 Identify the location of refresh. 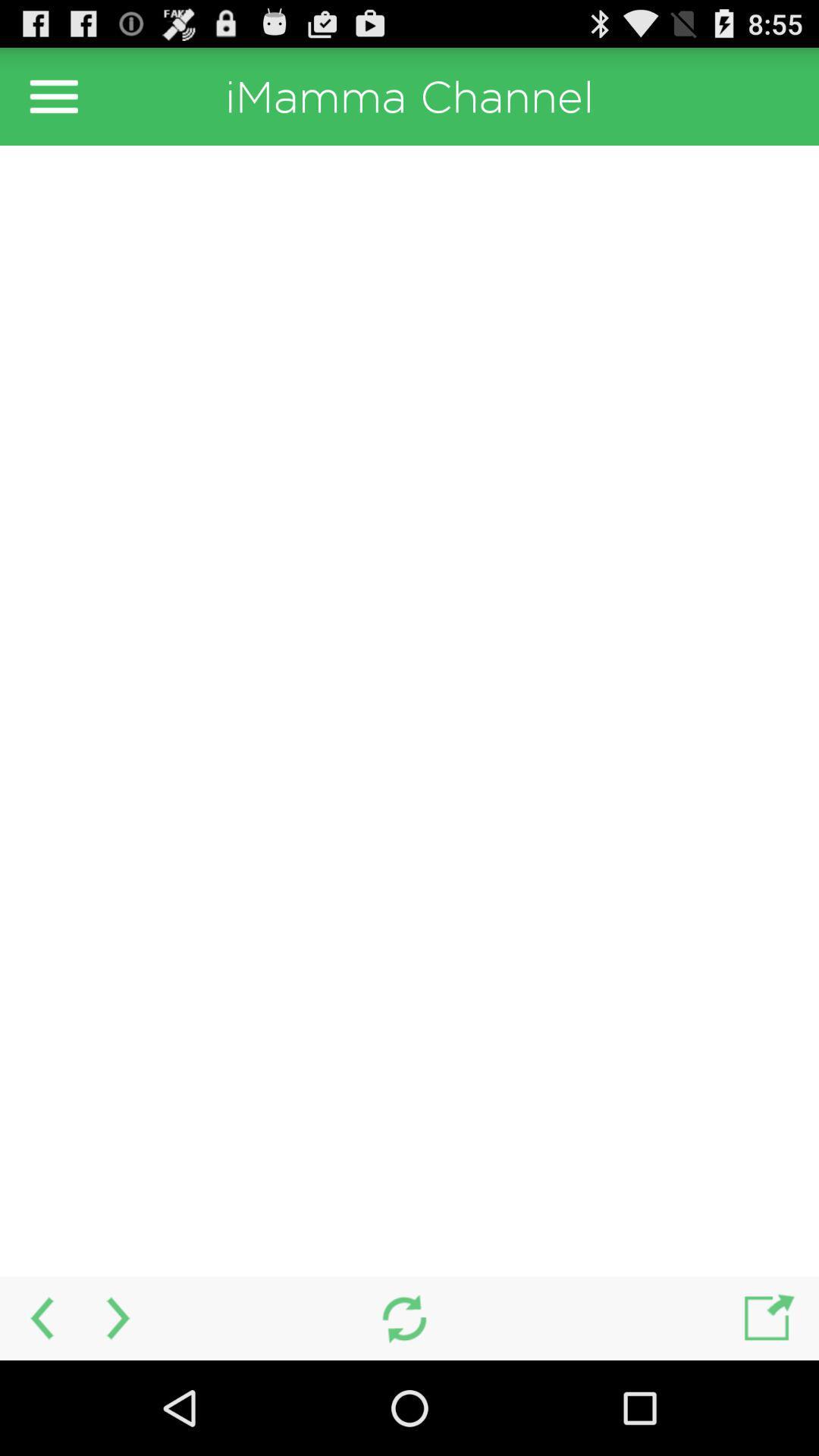
(403, 1317).